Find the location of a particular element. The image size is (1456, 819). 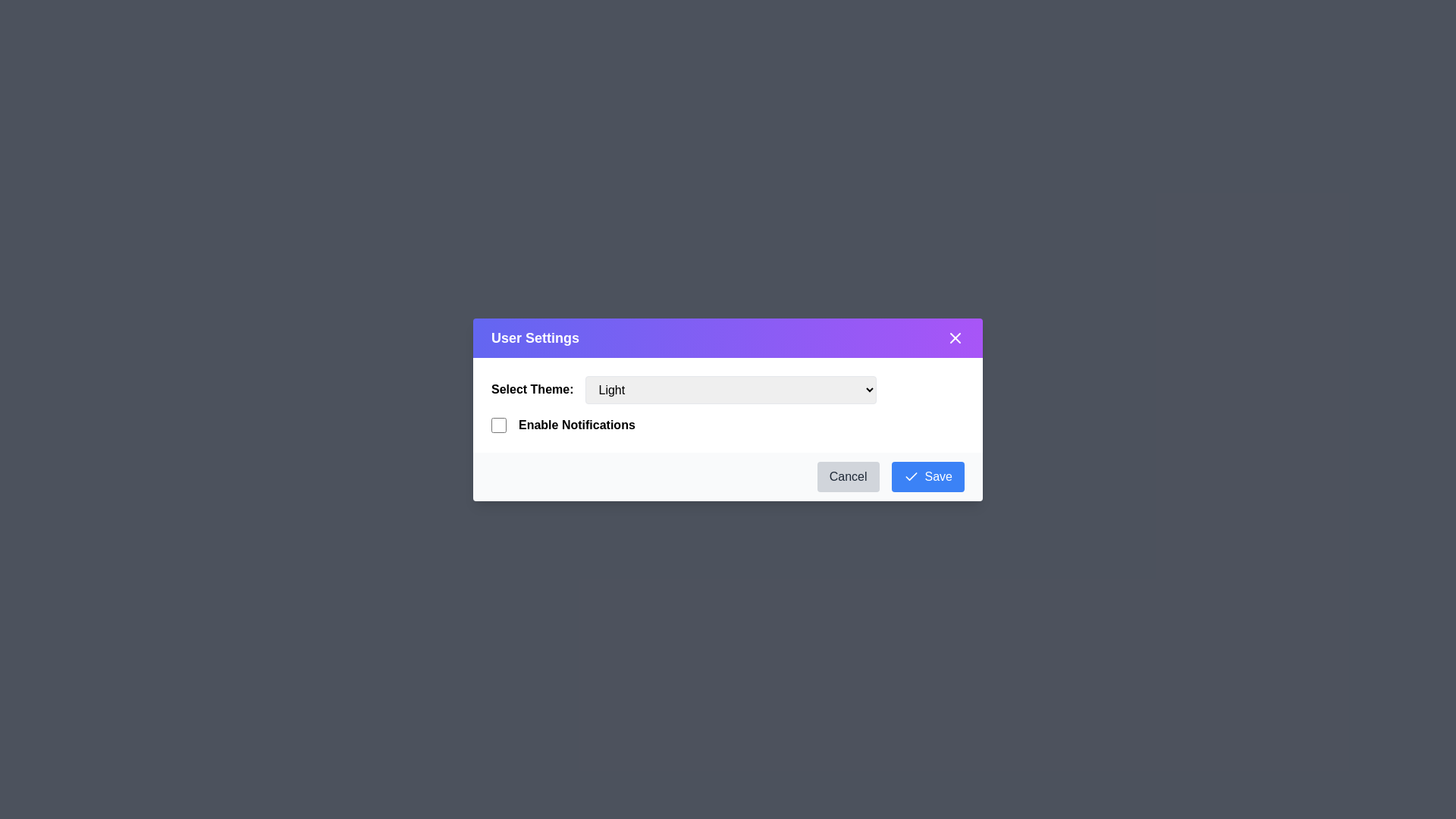

the theme Light from the dropdown menu is located at coordinates (731, 388).